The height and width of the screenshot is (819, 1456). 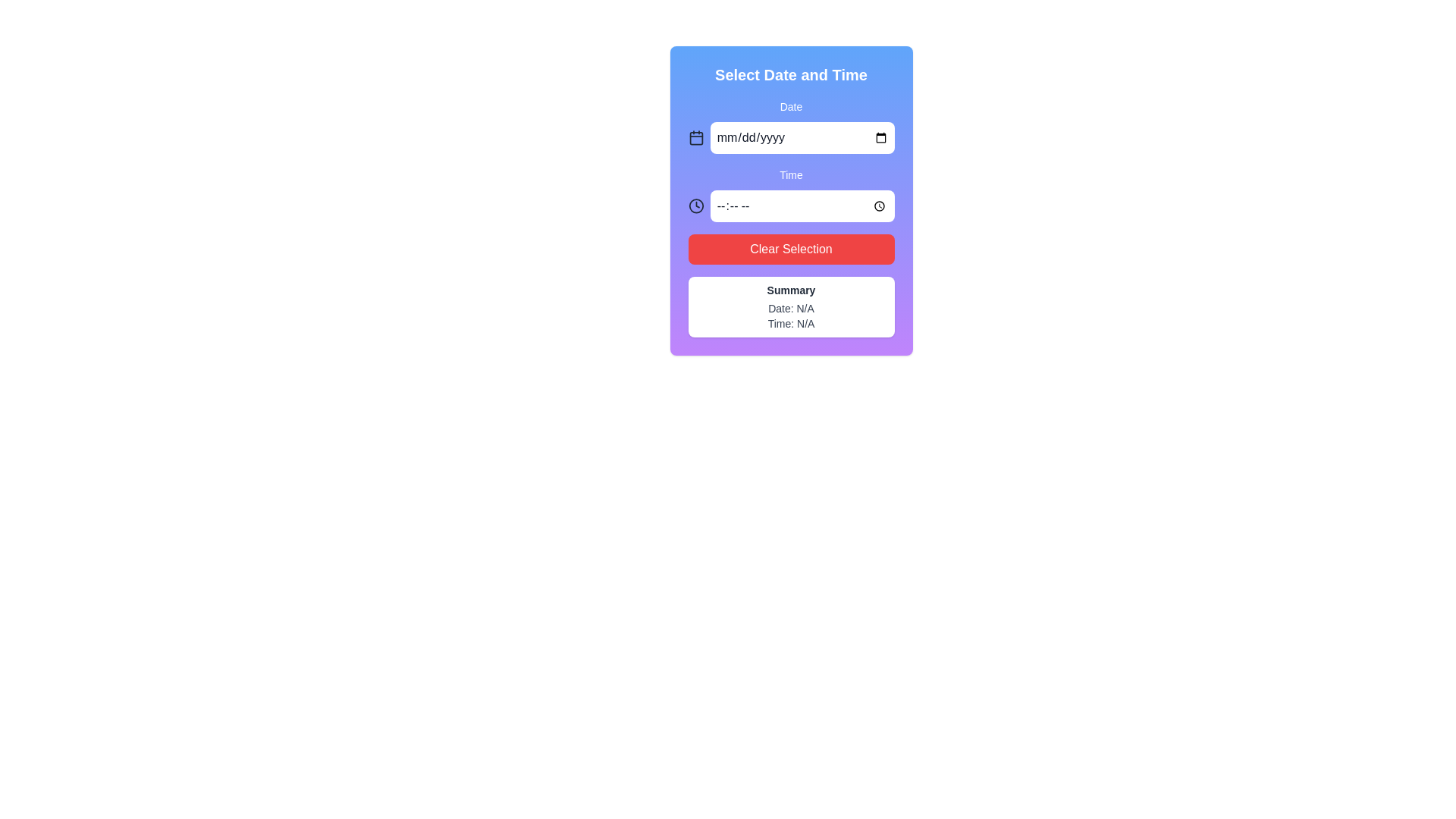 What do you see at coordinates (695, 206) in the screenshot?
I see `the SVG graphical element representing the clock face within the clock icon, which signifies time selection functionality` at bounding box center [695, 206].